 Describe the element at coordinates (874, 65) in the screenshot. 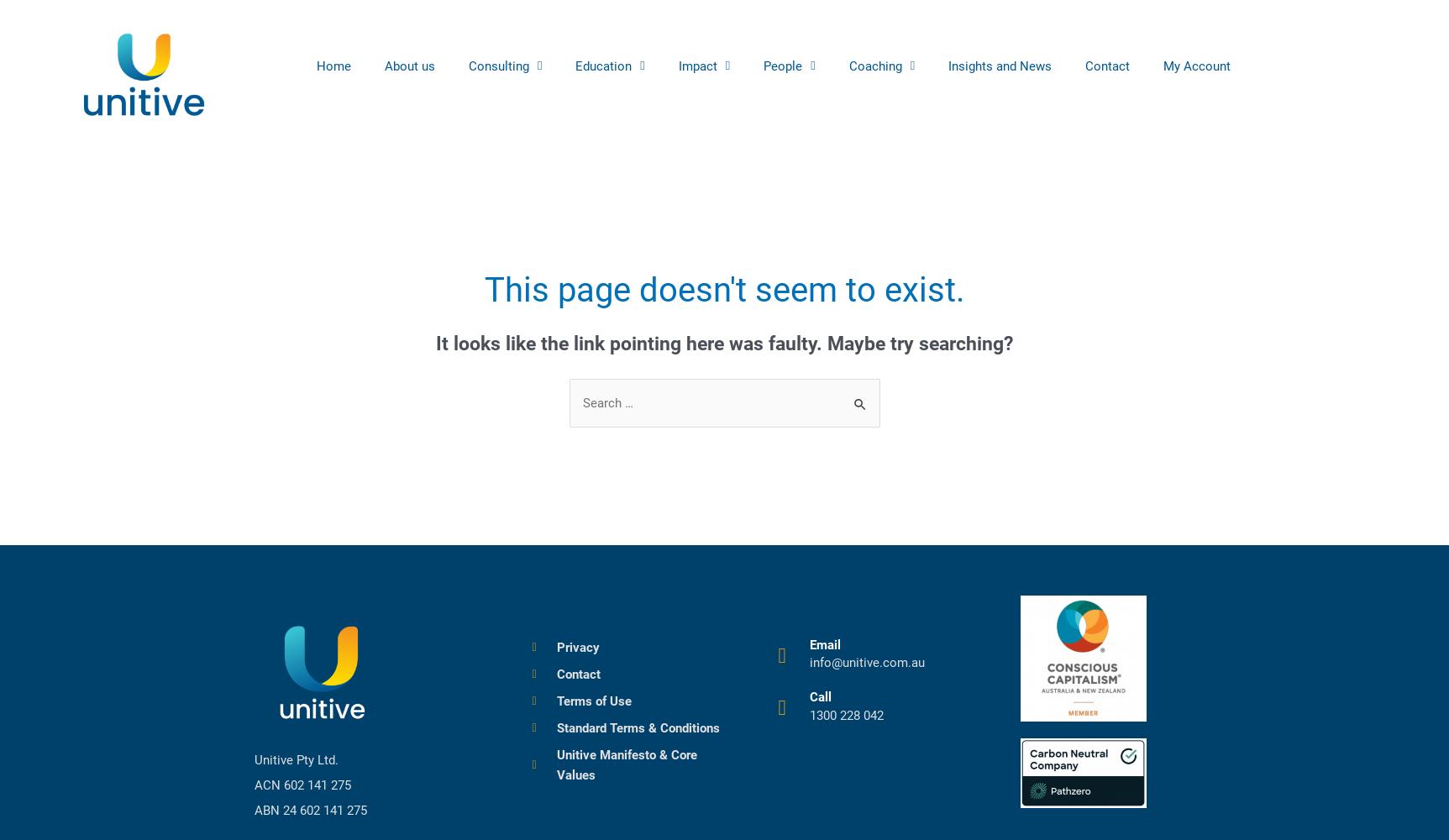

I see `'Coaching'` at that location.